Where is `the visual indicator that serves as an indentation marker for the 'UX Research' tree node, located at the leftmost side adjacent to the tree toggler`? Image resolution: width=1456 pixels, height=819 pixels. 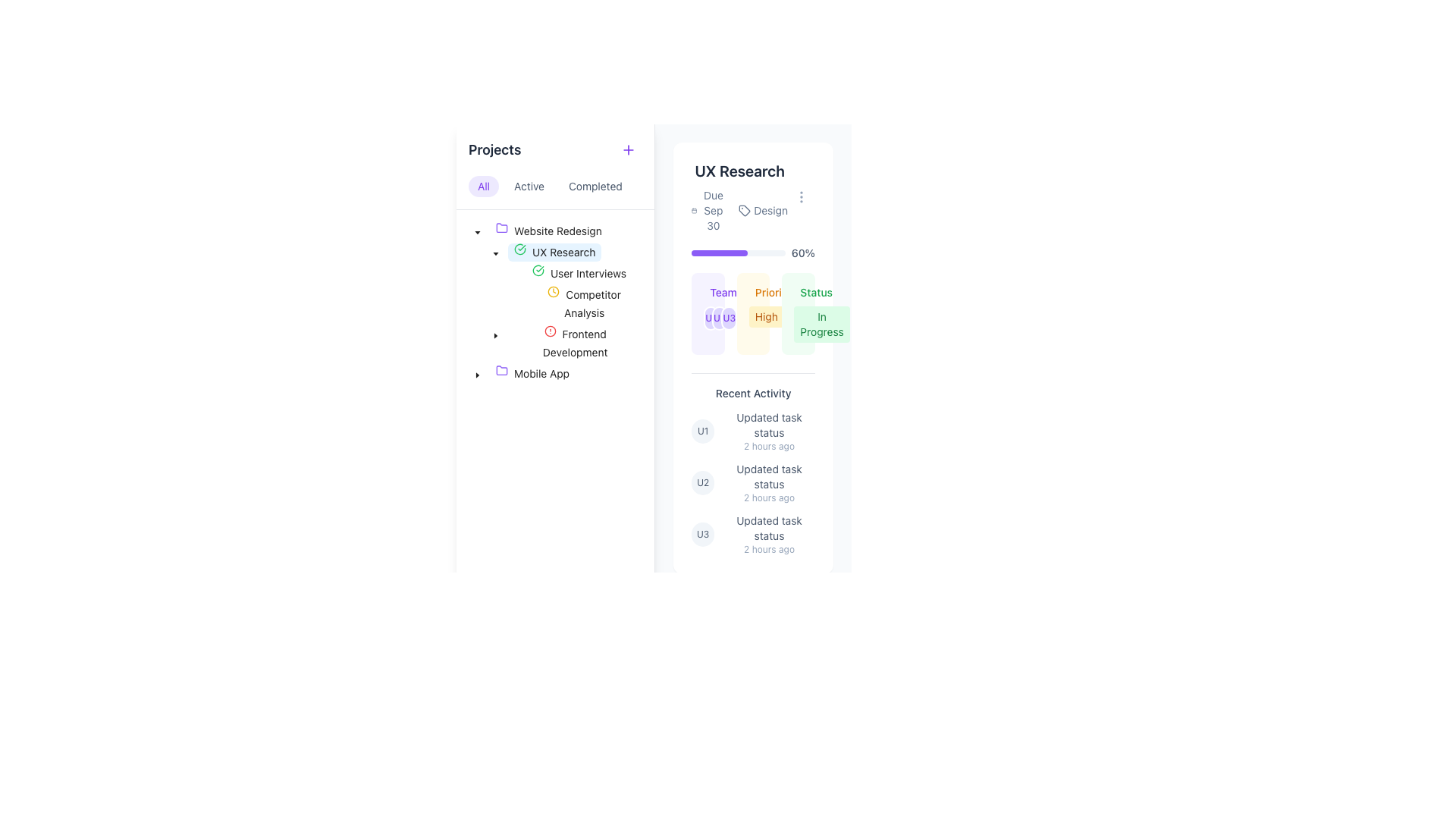
the visual indicator that serves as an indentation marker for the 'UX Research' tree node, located at the leftmost side adjacent to the tree toggler is located at coordinates (476, 251).